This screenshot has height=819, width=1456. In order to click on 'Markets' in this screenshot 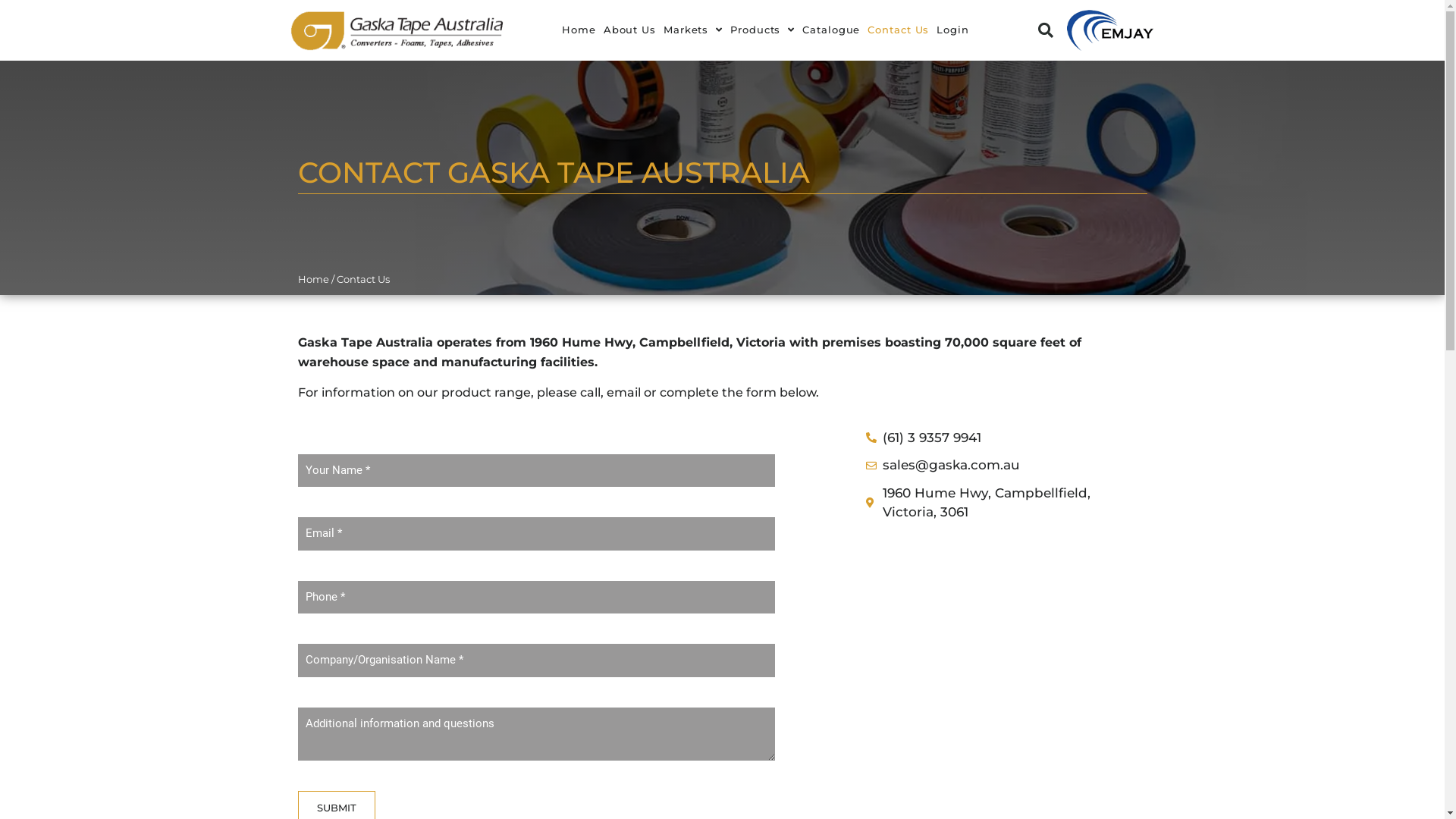, I will do `click(692, 30)`.